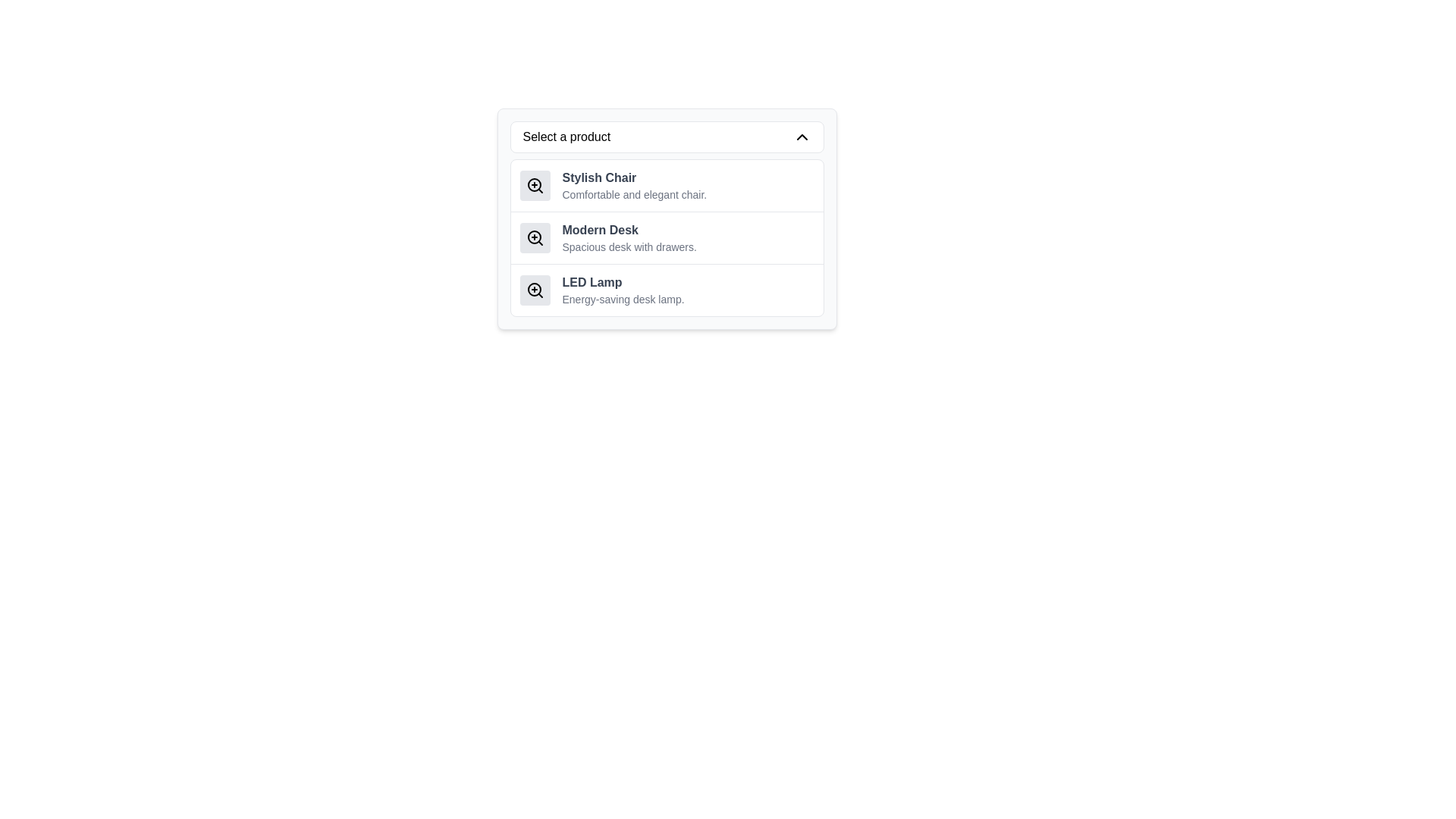 This screenshot has width=1456, height=819. What do you see at coordinates (667, 290) in the screenshot?
I see `the selectable item for 'LED Lamp' in the product list` at bounding box center [667, 290].